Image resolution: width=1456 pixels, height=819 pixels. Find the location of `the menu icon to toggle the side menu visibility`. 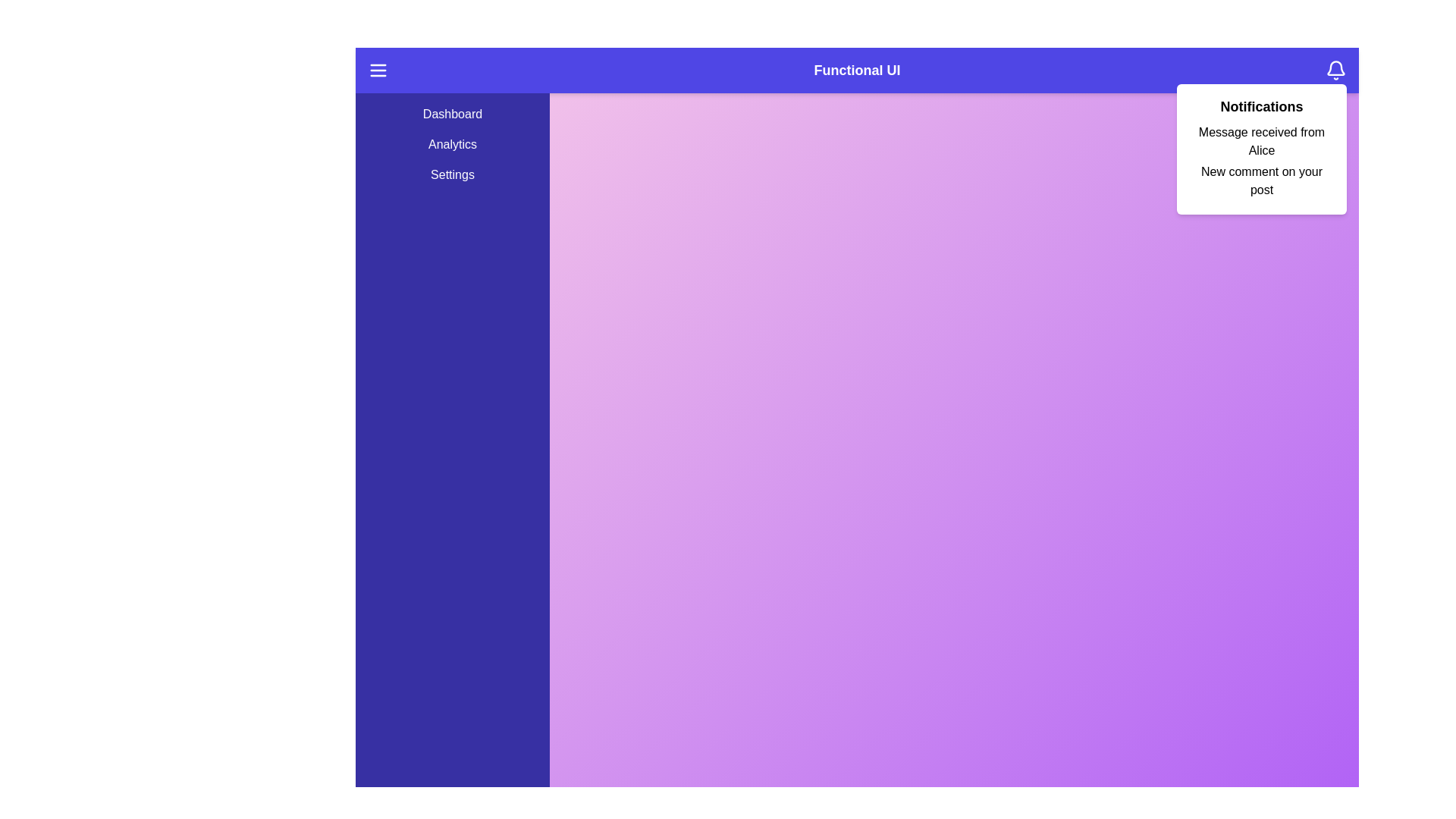

the menu icon to toggle the side menu visibility is located at coordinates (378, 70).